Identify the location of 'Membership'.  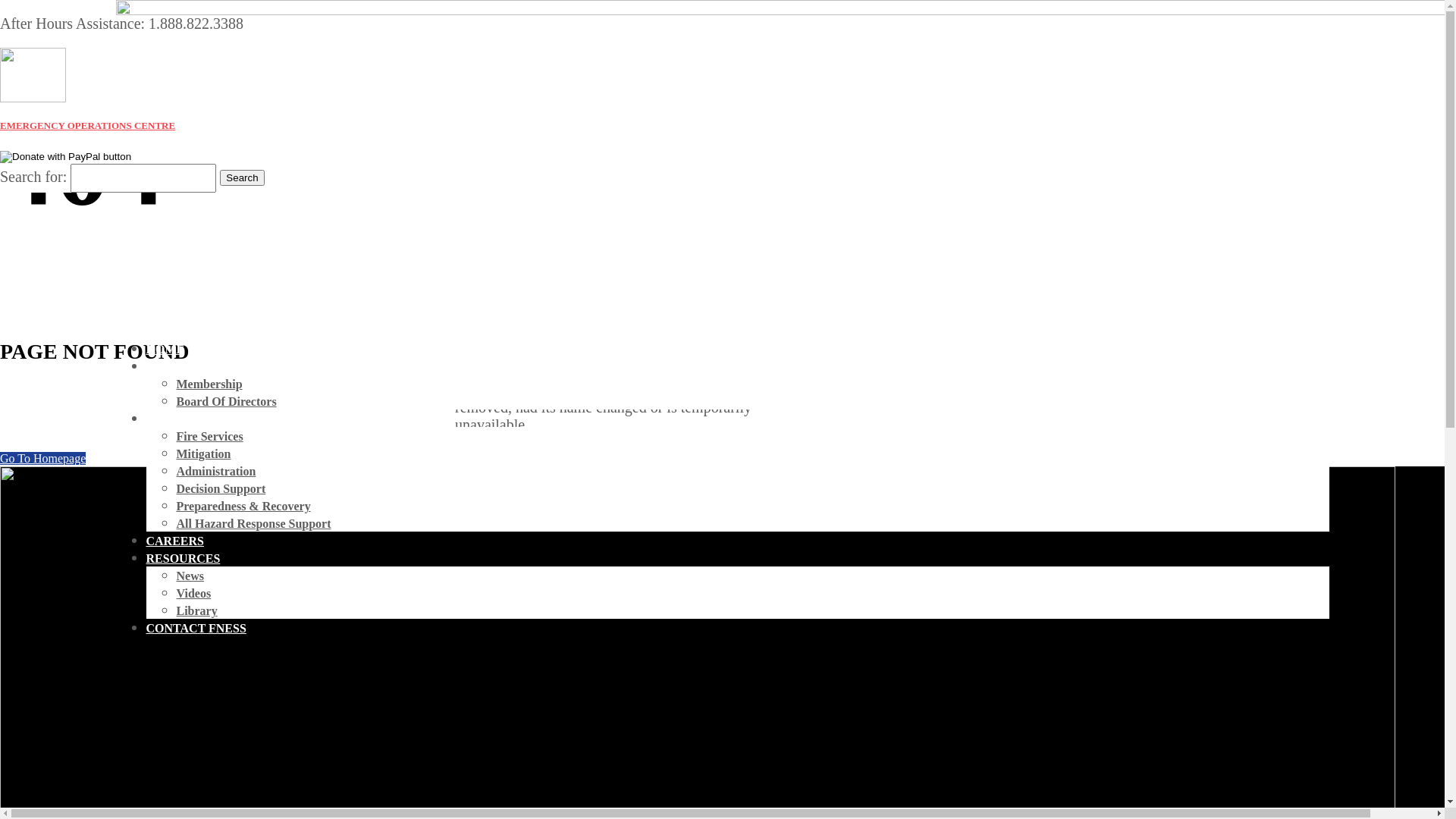
(208, 383).